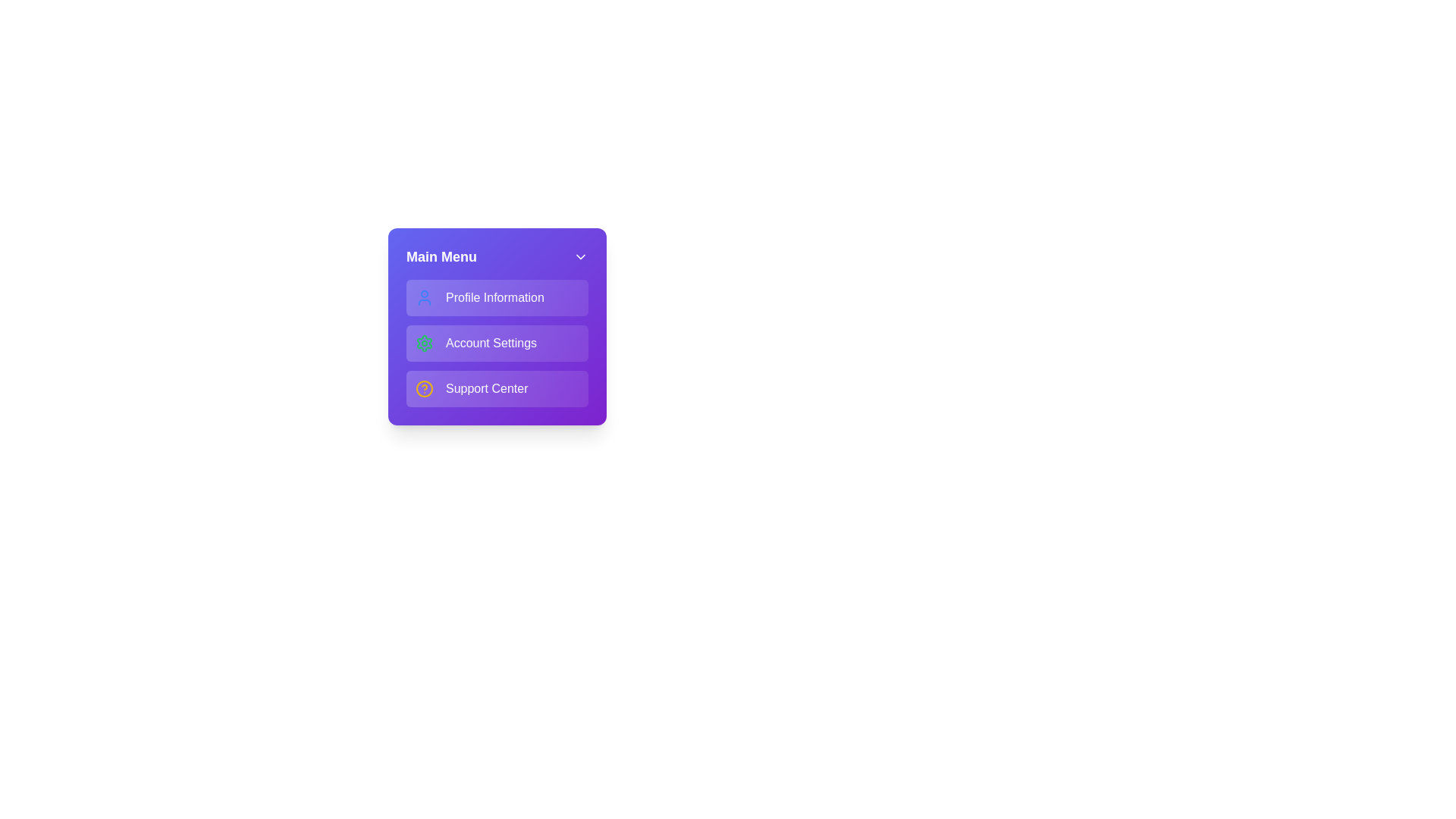 This screenshot has height=819, width=1456. What do you see at coordinates (580, 256) in the screenshot?
I see `chevron button to collapse the menu` at bounding box center [580, 256].